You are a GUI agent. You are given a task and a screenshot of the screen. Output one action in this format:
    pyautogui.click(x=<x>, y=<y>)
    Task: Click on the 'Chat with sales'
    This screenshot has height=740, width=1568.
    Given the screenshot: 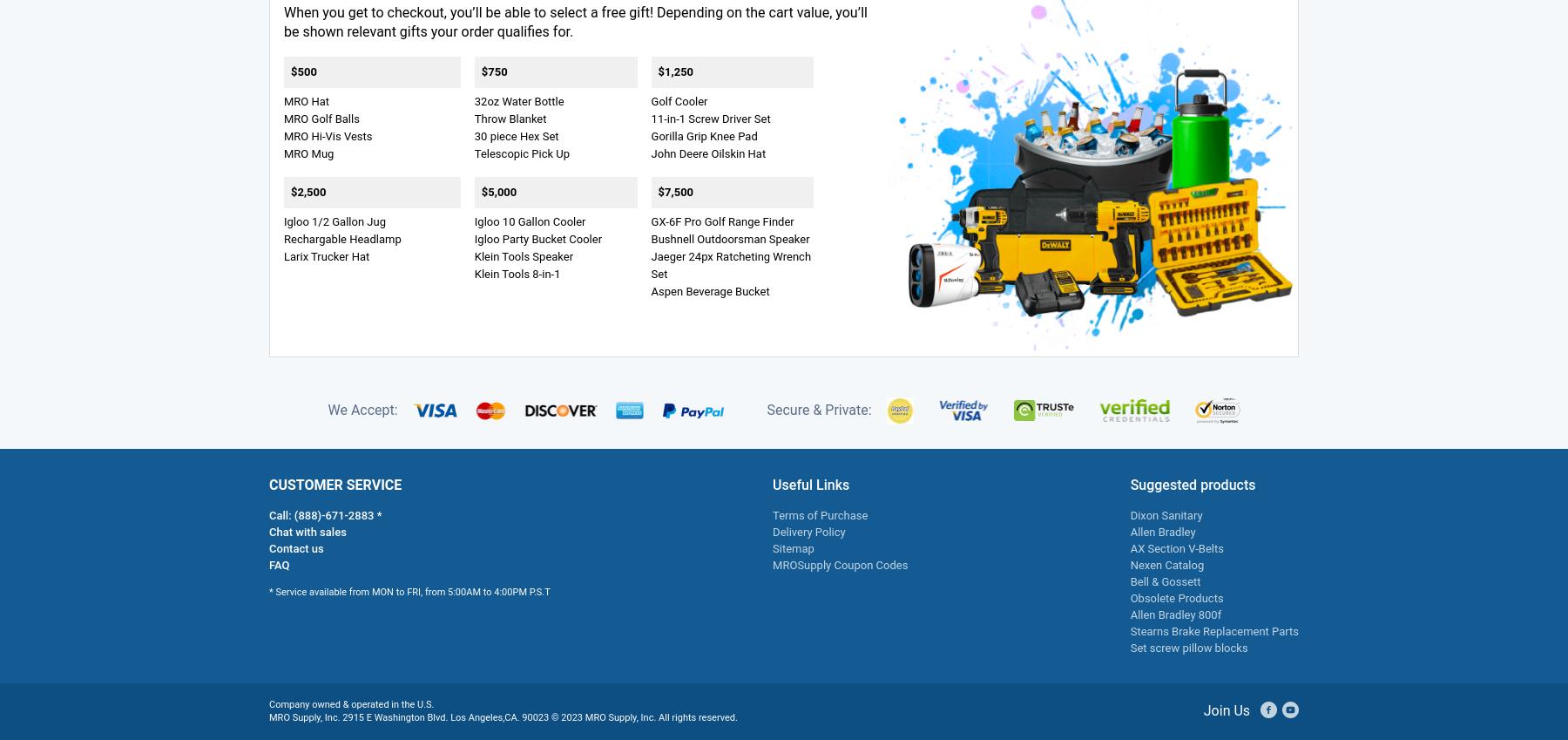 What is the action you would take?
    pyautogui.click(x=307, y=530)
    